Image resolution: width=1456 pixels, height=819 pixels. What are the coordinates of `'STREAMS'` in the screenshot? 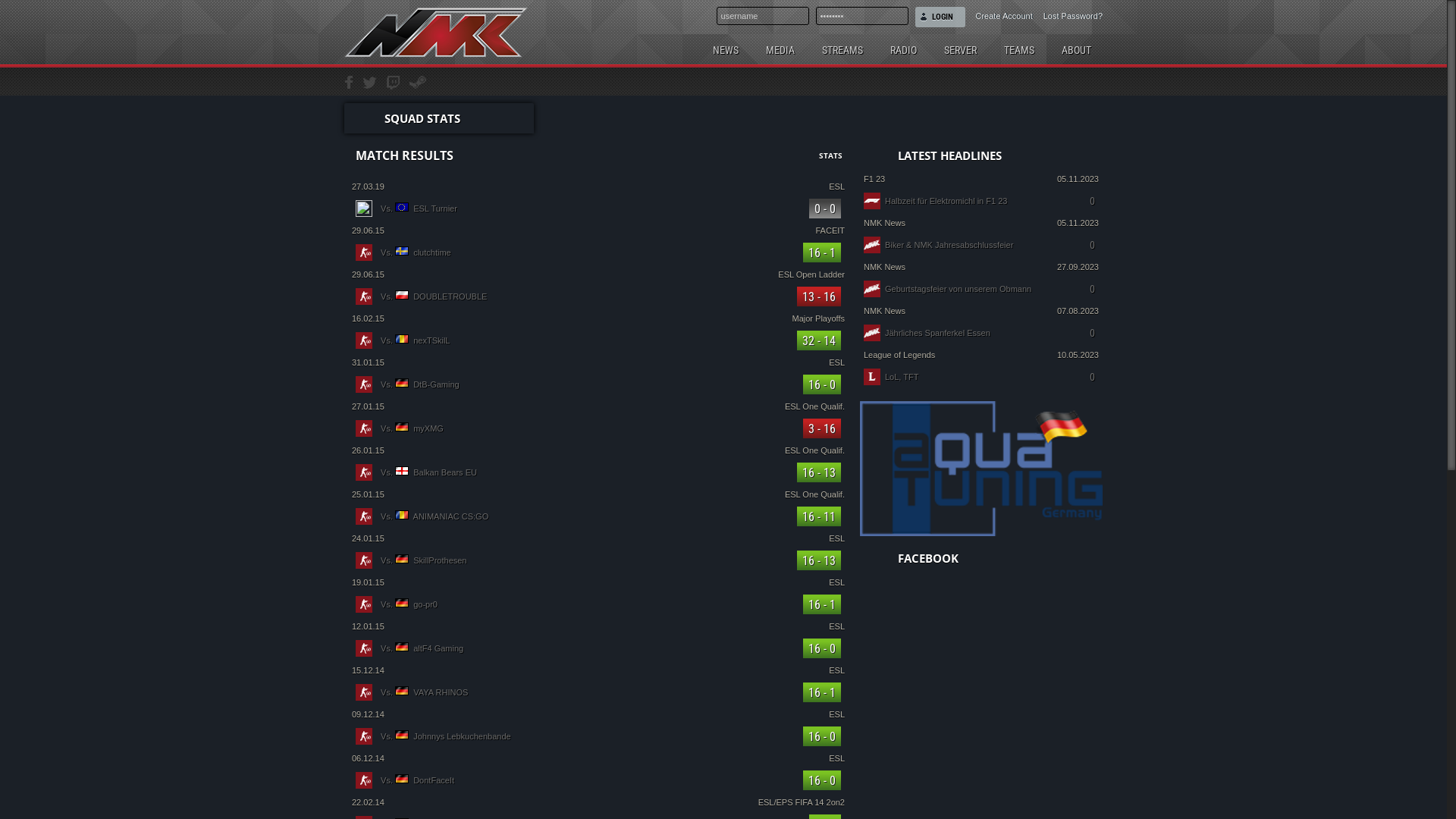 It's located at (841, 49).